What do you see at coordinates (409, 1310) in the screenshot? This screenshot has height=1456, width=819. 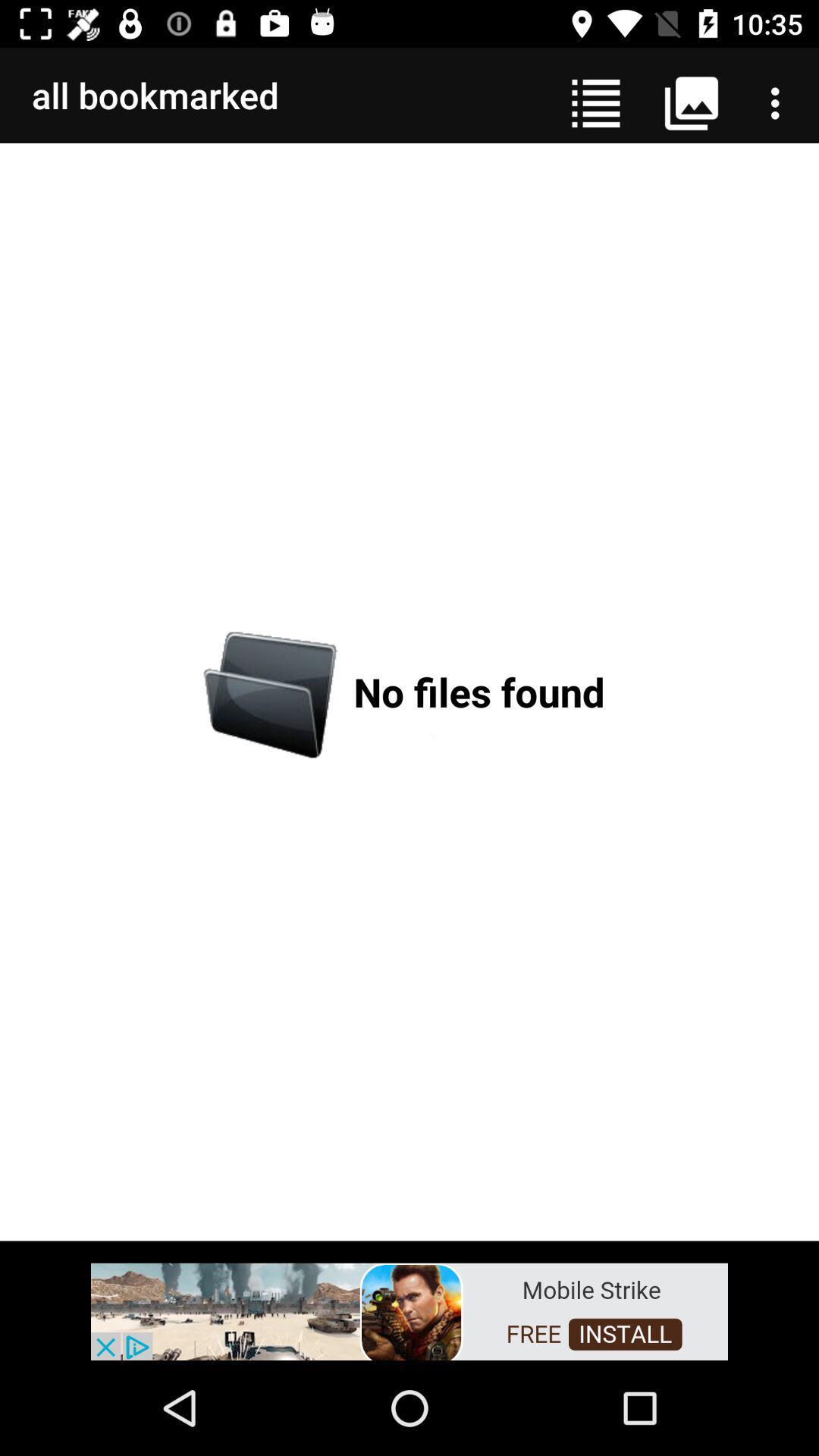 I see `advertisement` at bounding box center [409, 1310].